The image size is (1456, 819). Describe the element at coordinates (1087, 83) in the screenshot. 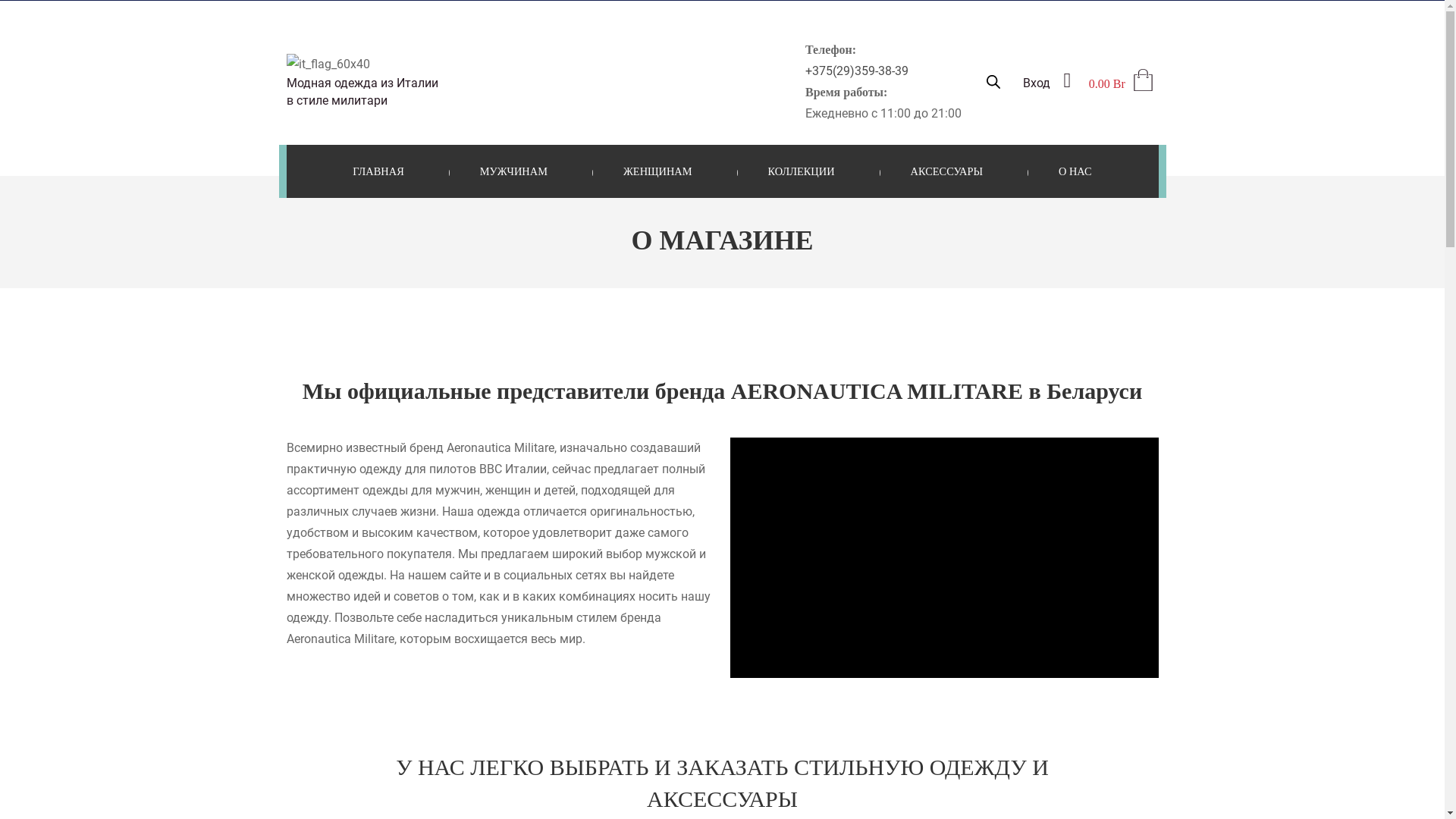

I see `'0.00 Br'` at that location.